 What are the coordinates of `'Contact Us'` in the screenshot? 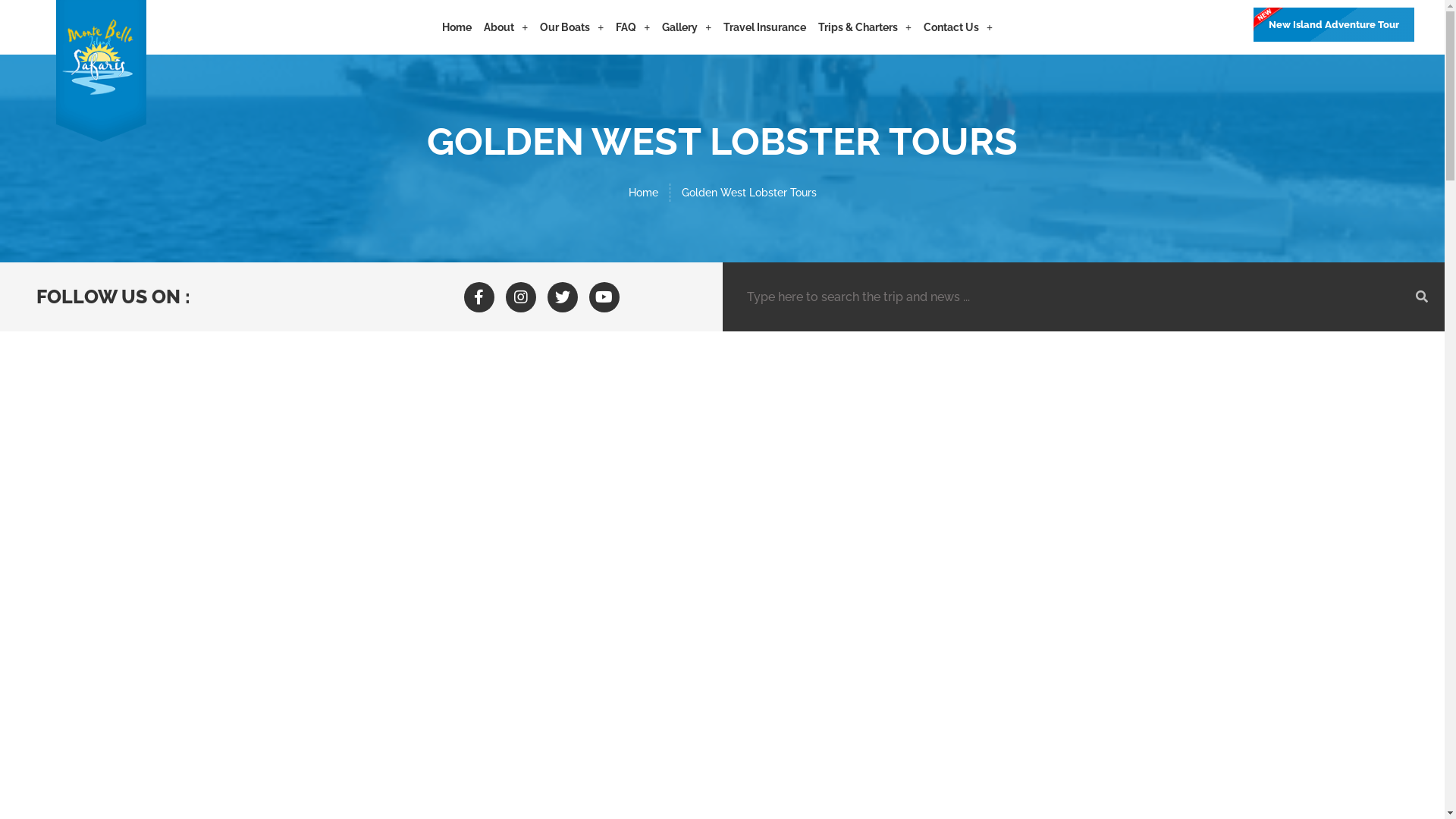 It's located at (957, 27).